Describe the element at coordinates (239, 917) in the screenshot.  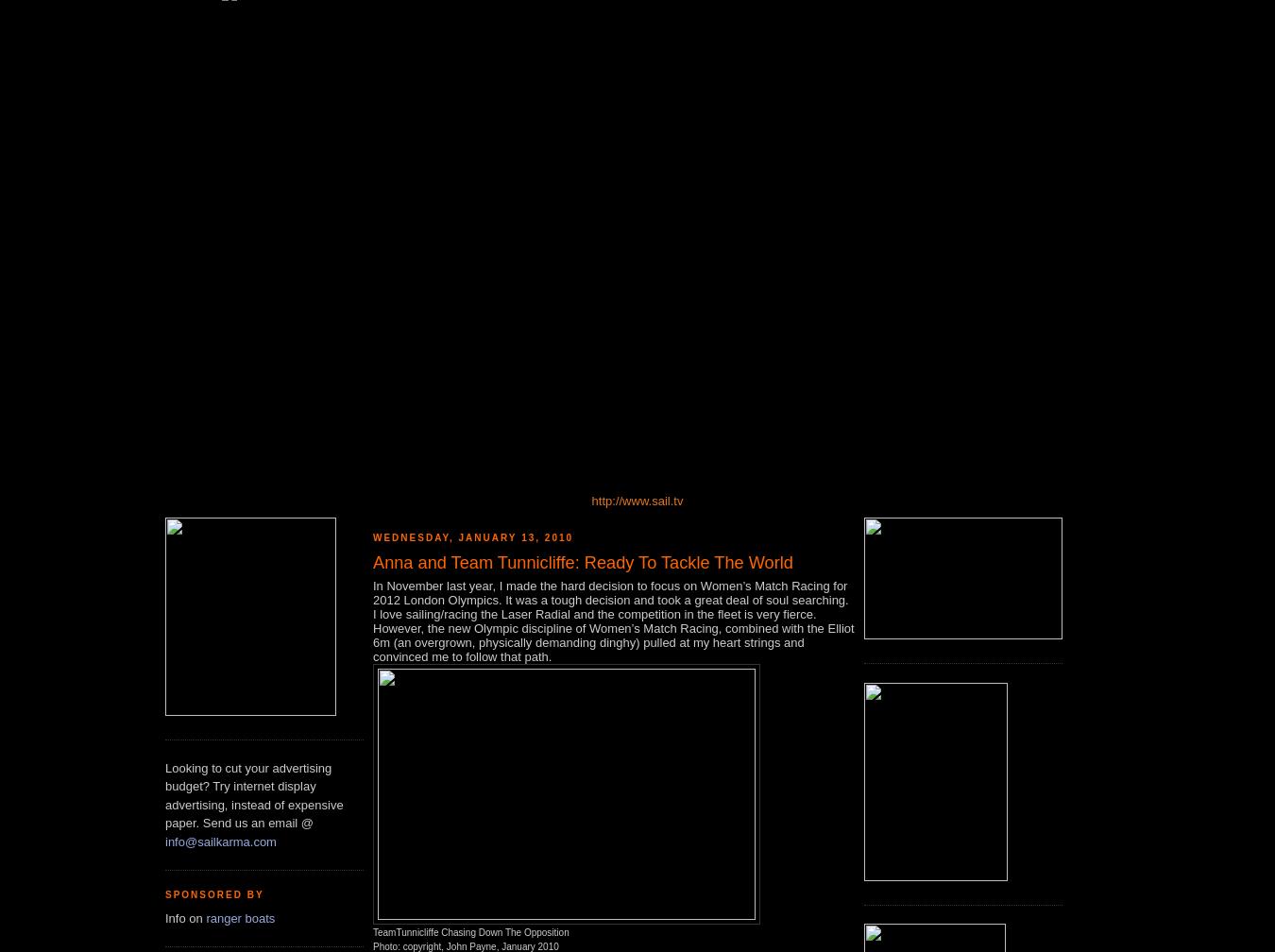
I see `'ranger boats'` at that location.